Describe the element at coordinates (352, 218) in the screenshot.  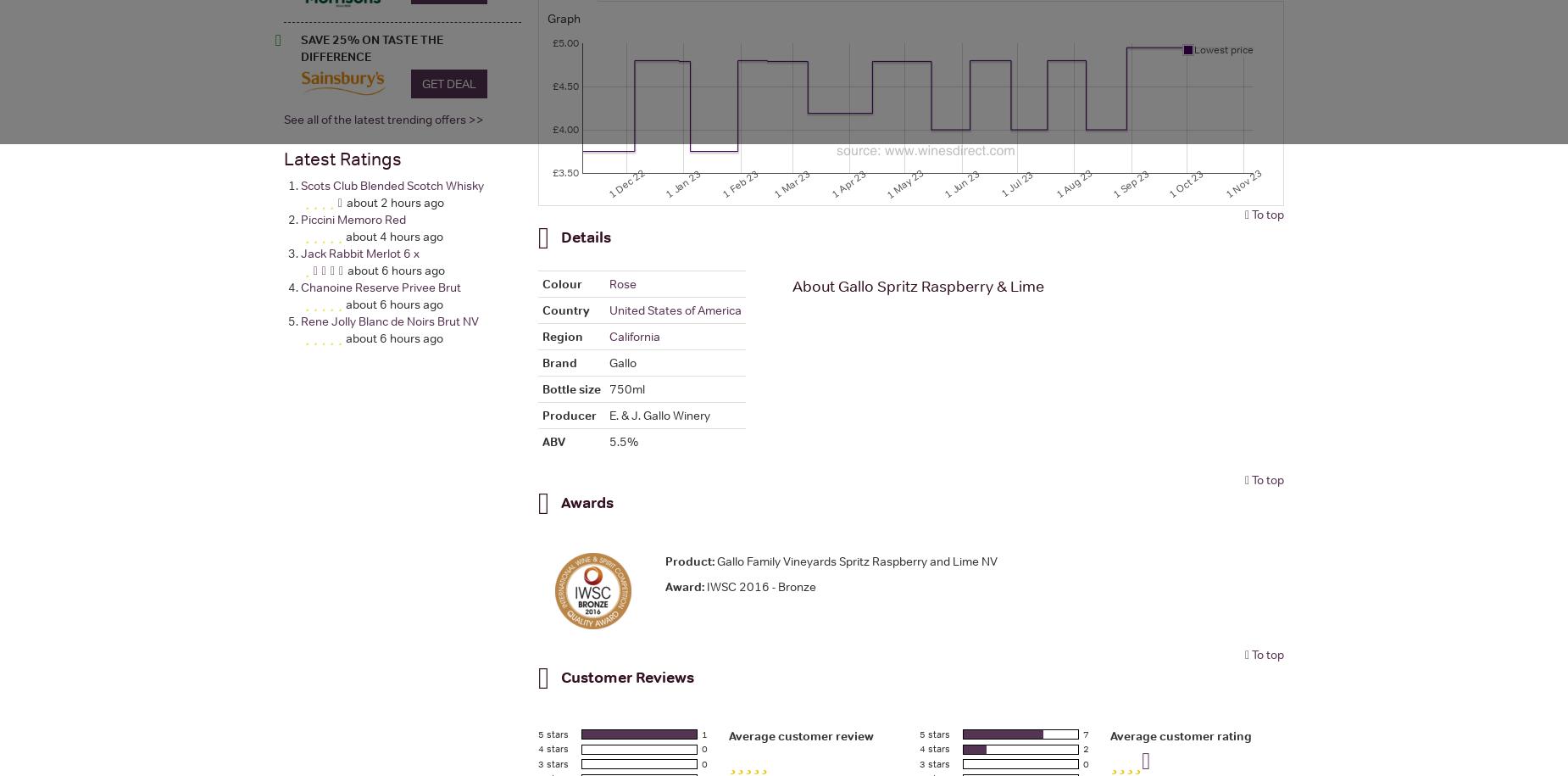
I see `'Piccini Memoro Red'` at that location.